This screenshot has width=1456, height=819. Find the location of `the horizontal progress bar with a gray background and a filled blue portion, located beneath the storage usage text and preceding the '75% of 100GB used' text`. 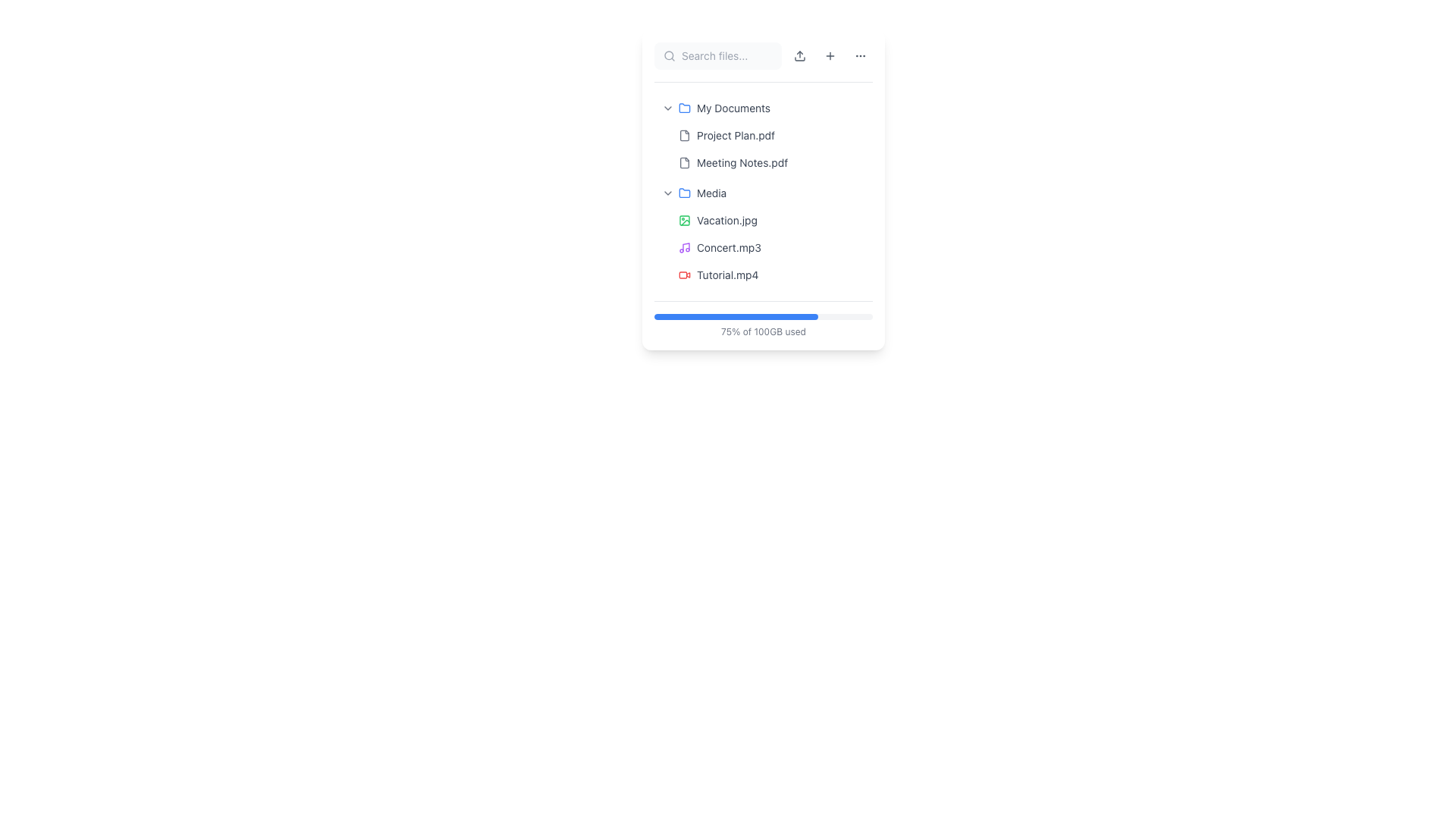

the horizontal progress bar with a gray background and a filled blue portion, located beneath the storage usage text and preceding the '75% of 100GB used' text is located at coordinates (764, 315).